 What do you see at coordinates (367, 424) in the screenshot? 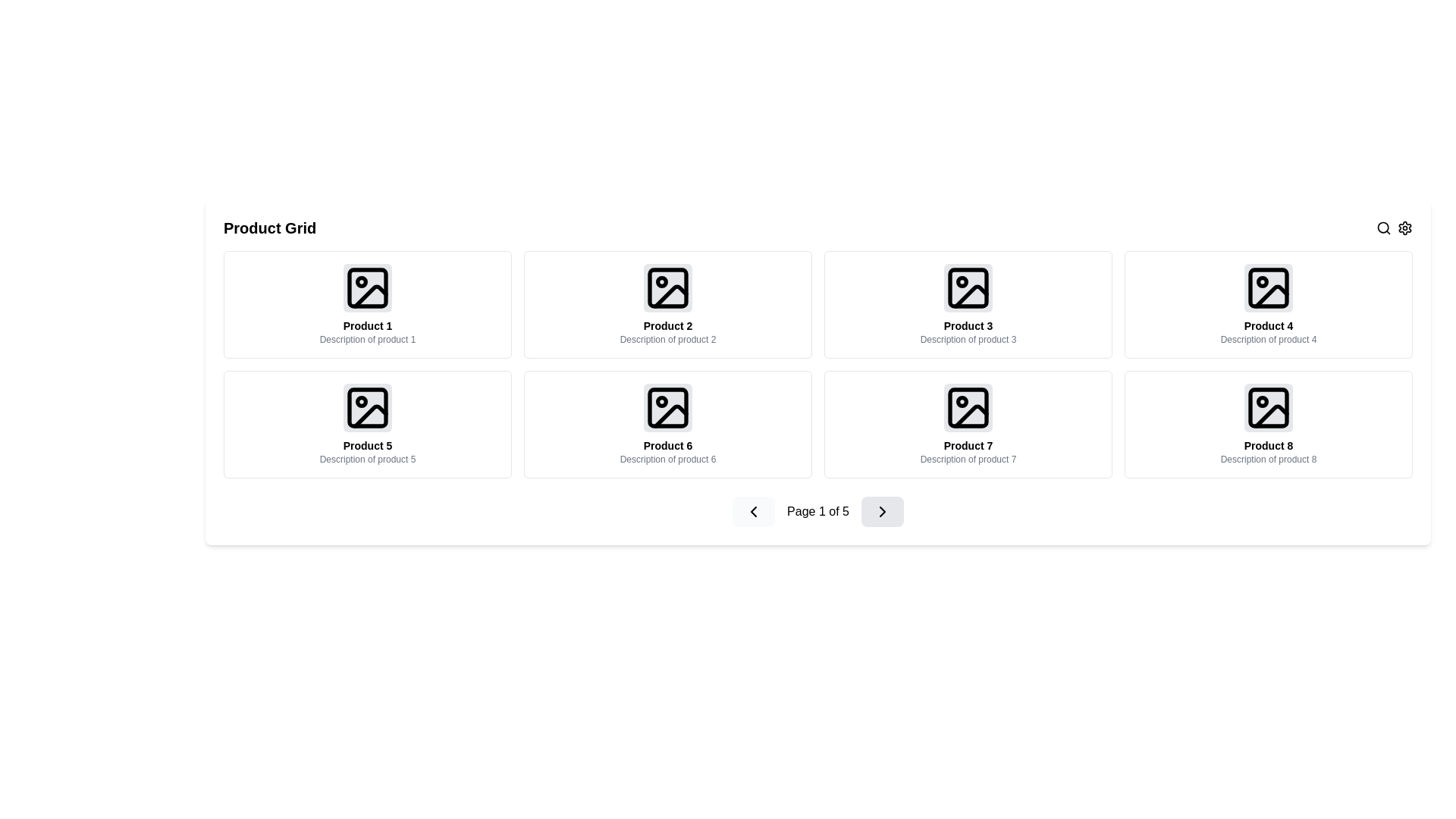
I see `the grid item representing a product, located in the first column of the second row` at bounding box center [367, 424].